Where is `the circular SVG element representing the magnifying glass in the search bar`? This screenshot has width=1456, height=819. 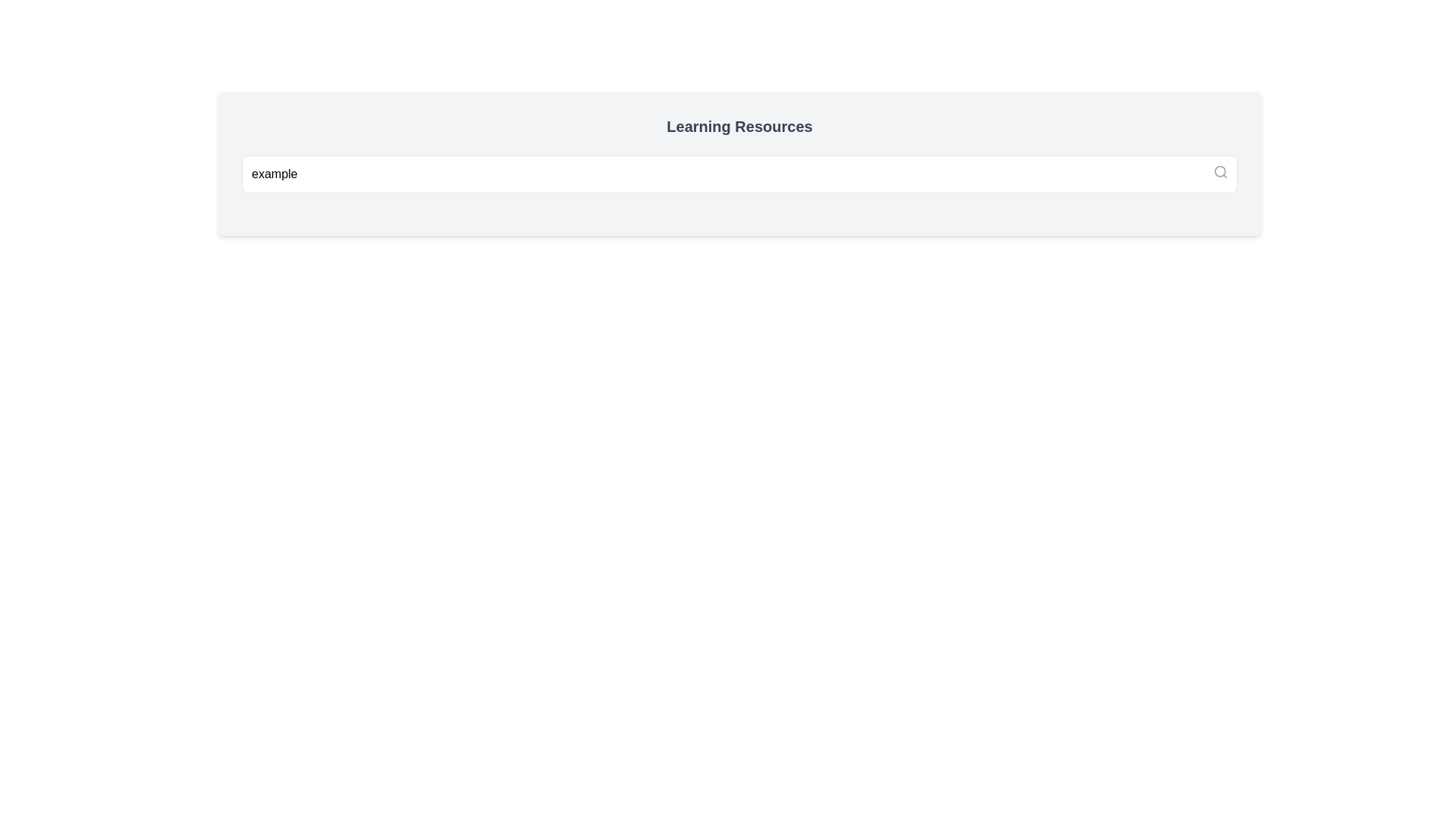 the circular SVG element representing the magnifying glass in the search bar is located at coordinates (1220, 171).